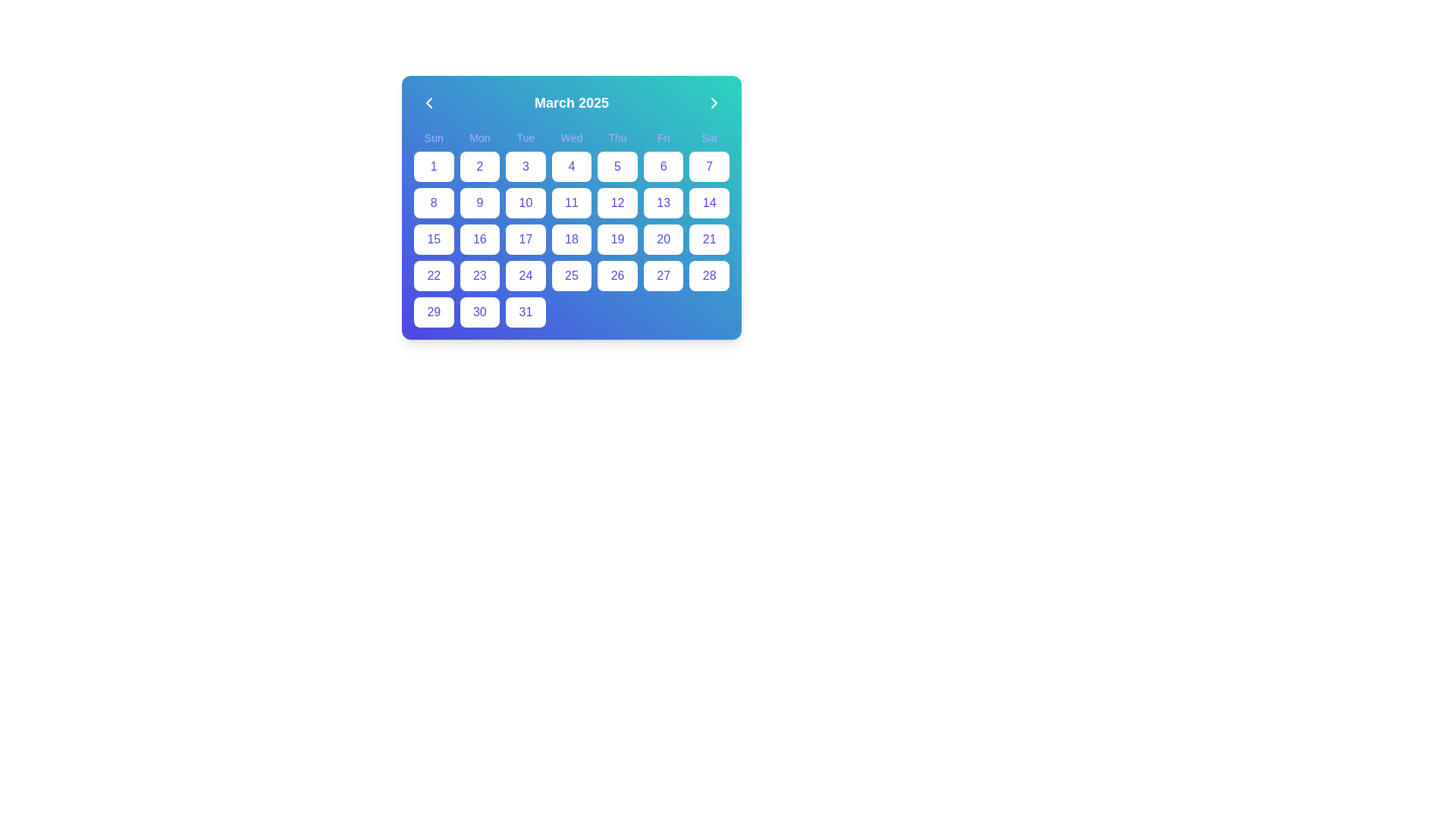 This screenshot has height=819, width=1456. Describe the element at coordinates (433, 239) in the screenshot. I see `the selectable day button representing the 15th day of the month in the calendar interface to trigger the hover effect` at that location.